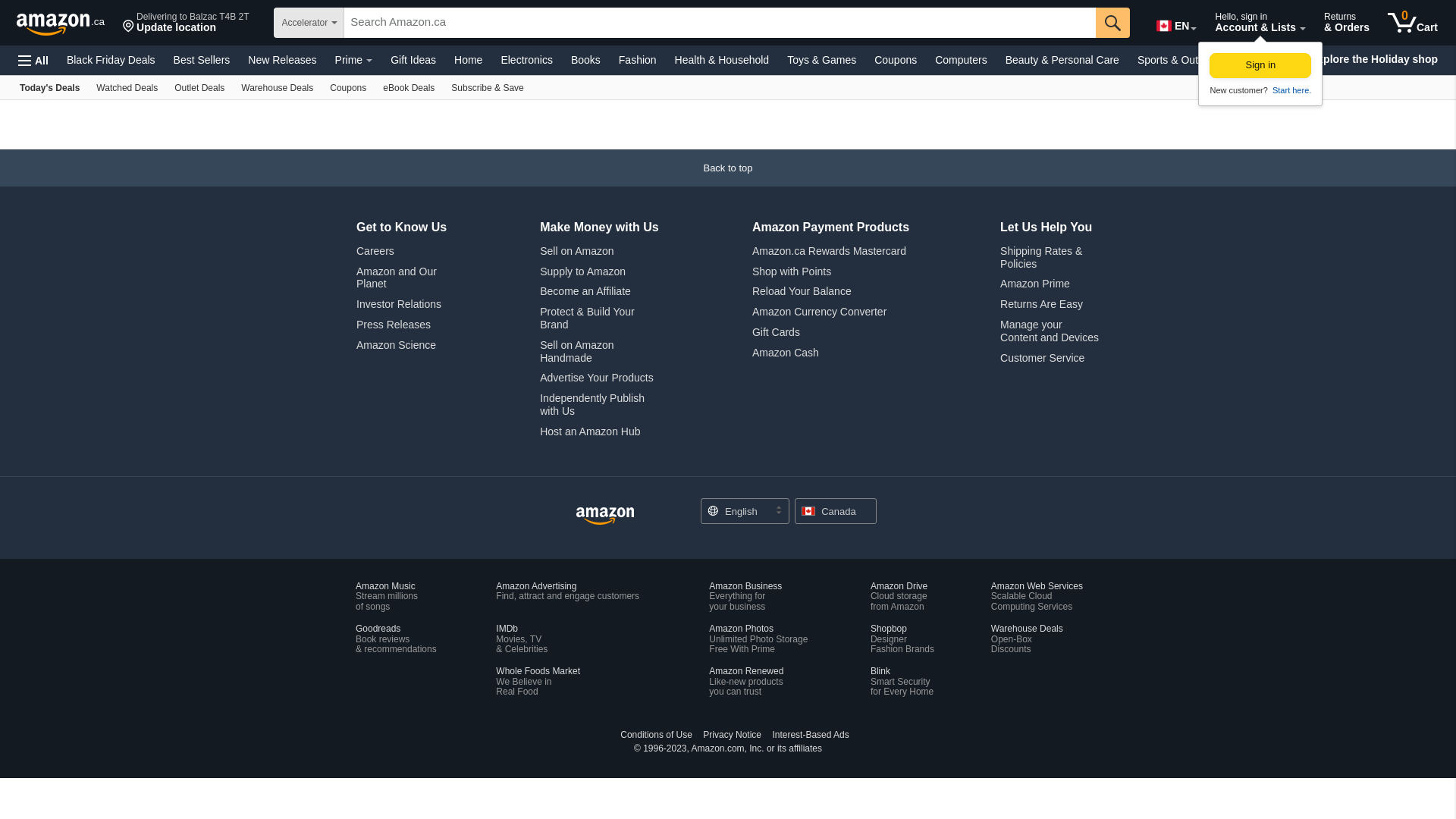 Image resolution: width=1456 pixels, height=819 pixels. I want to click on 'Amazon Photos, so click(708, 639).